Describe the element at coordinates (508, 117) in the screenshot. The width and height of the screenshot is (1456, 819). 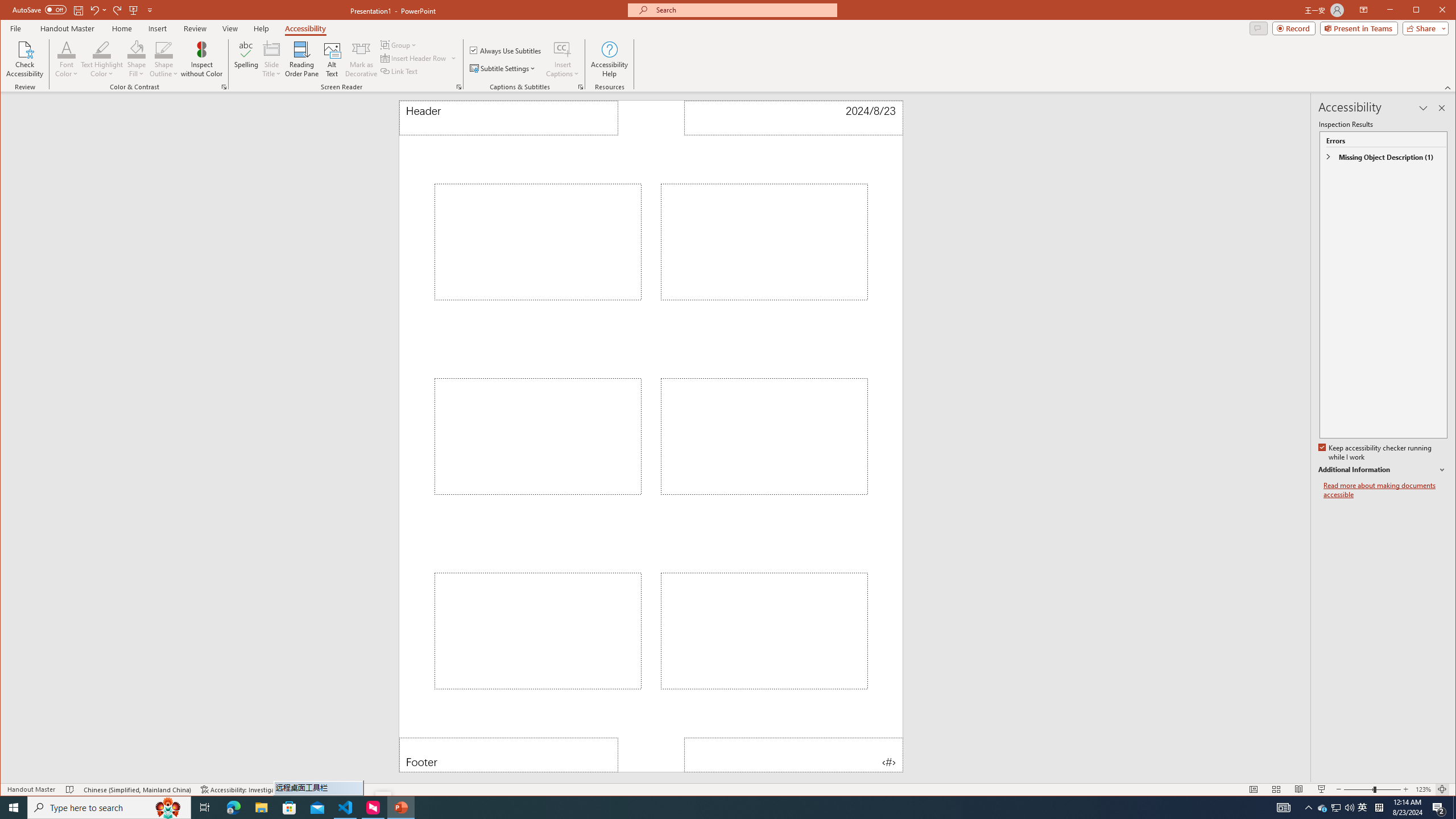
I see `'Header'` at that location.